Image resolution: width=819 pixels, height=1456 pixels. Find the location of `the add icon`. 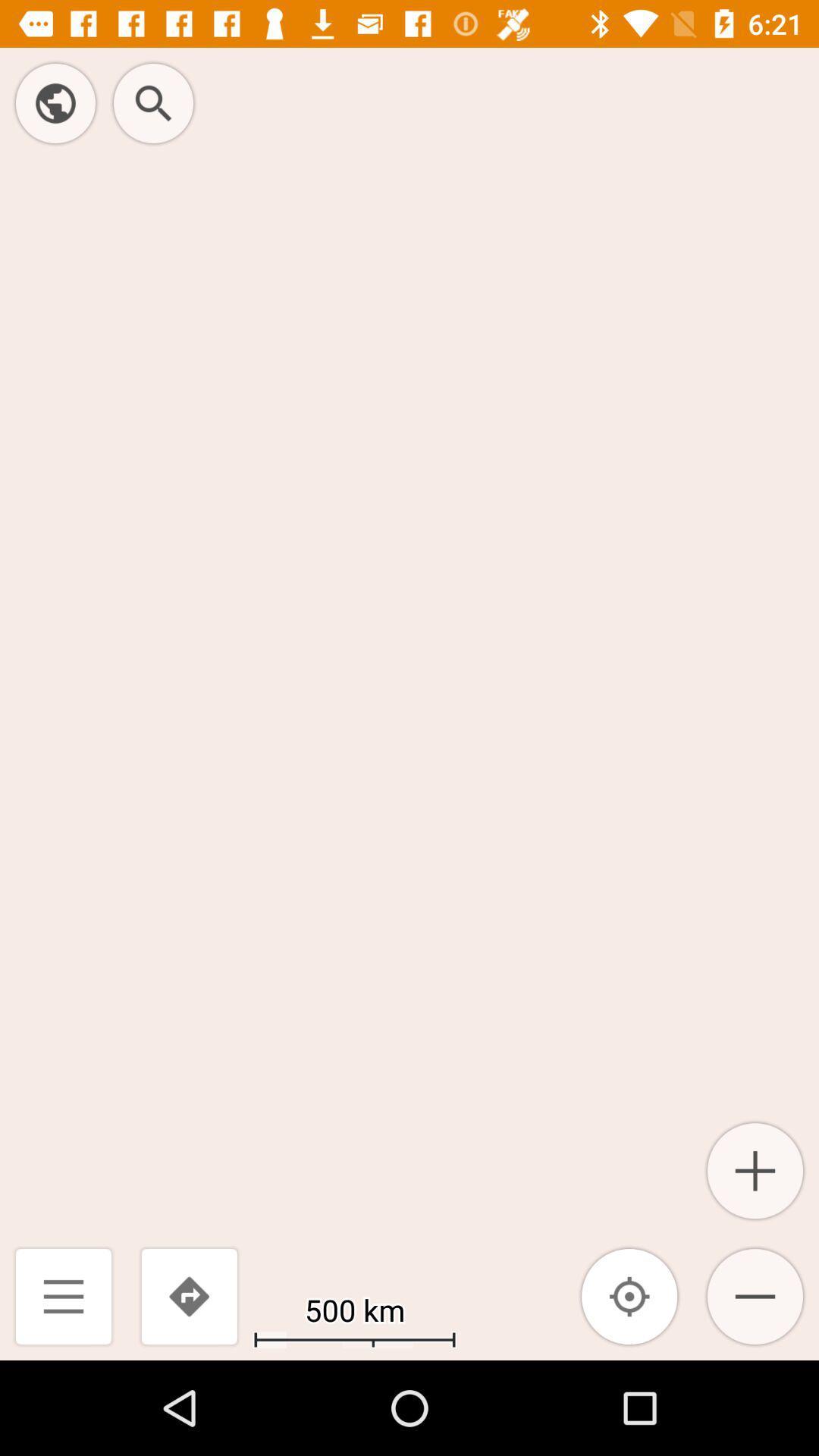

the add icon is located at coordinates (755, 1170).